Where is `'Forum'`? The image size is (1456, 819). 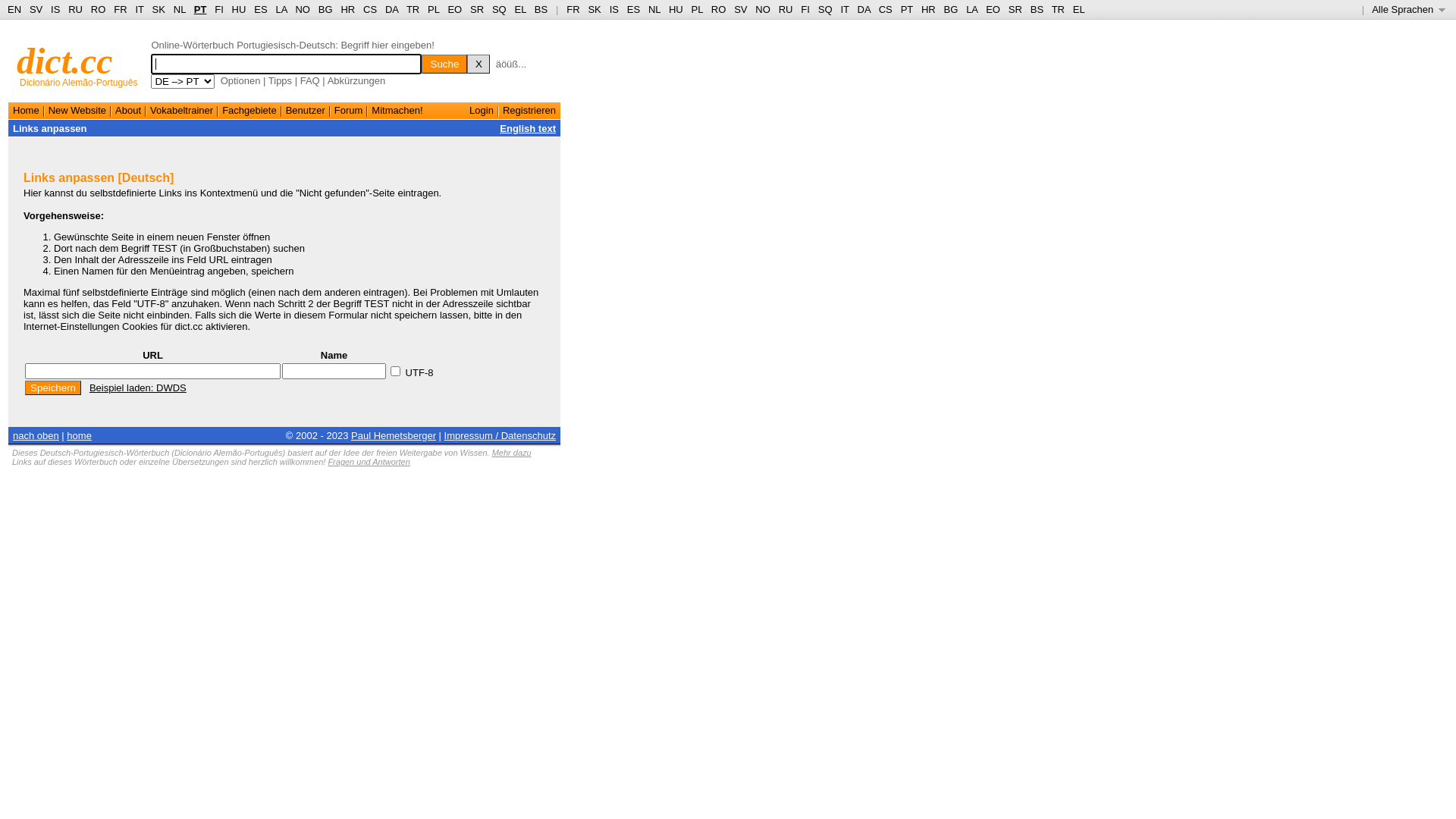
'Forum' is located at coordinates (348, 109).